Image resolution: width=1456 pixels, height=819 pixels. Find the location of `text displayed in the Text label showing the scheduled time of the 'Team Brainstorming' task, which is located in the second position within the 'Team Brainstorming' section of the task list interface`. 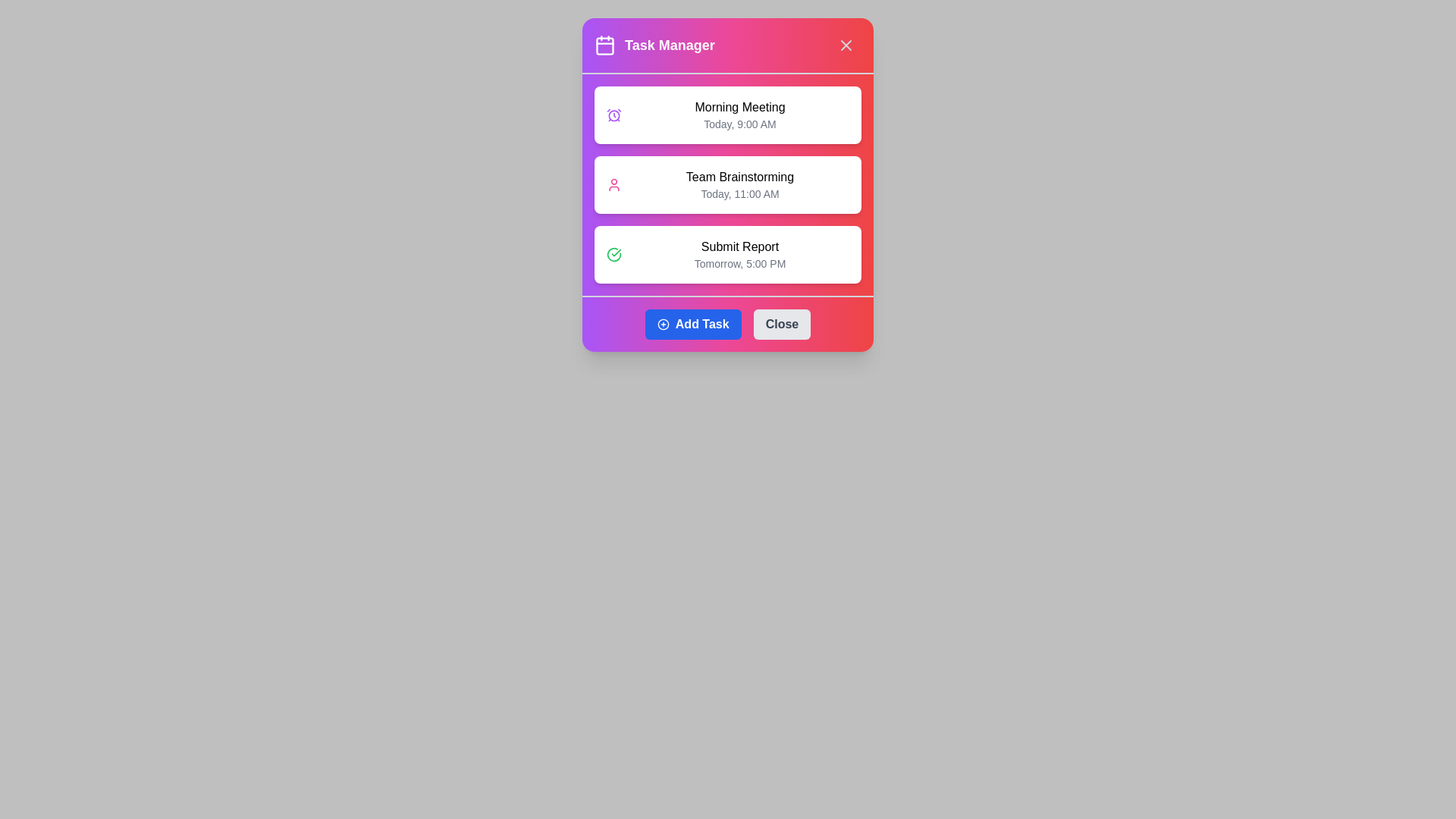

text displayed in the Text label showing the scheduled time of the 'Team Brainstorming' task, which is located in the second position within the 'Team Brainstorming' section of the task list interface is located at coordinates (739, 193).